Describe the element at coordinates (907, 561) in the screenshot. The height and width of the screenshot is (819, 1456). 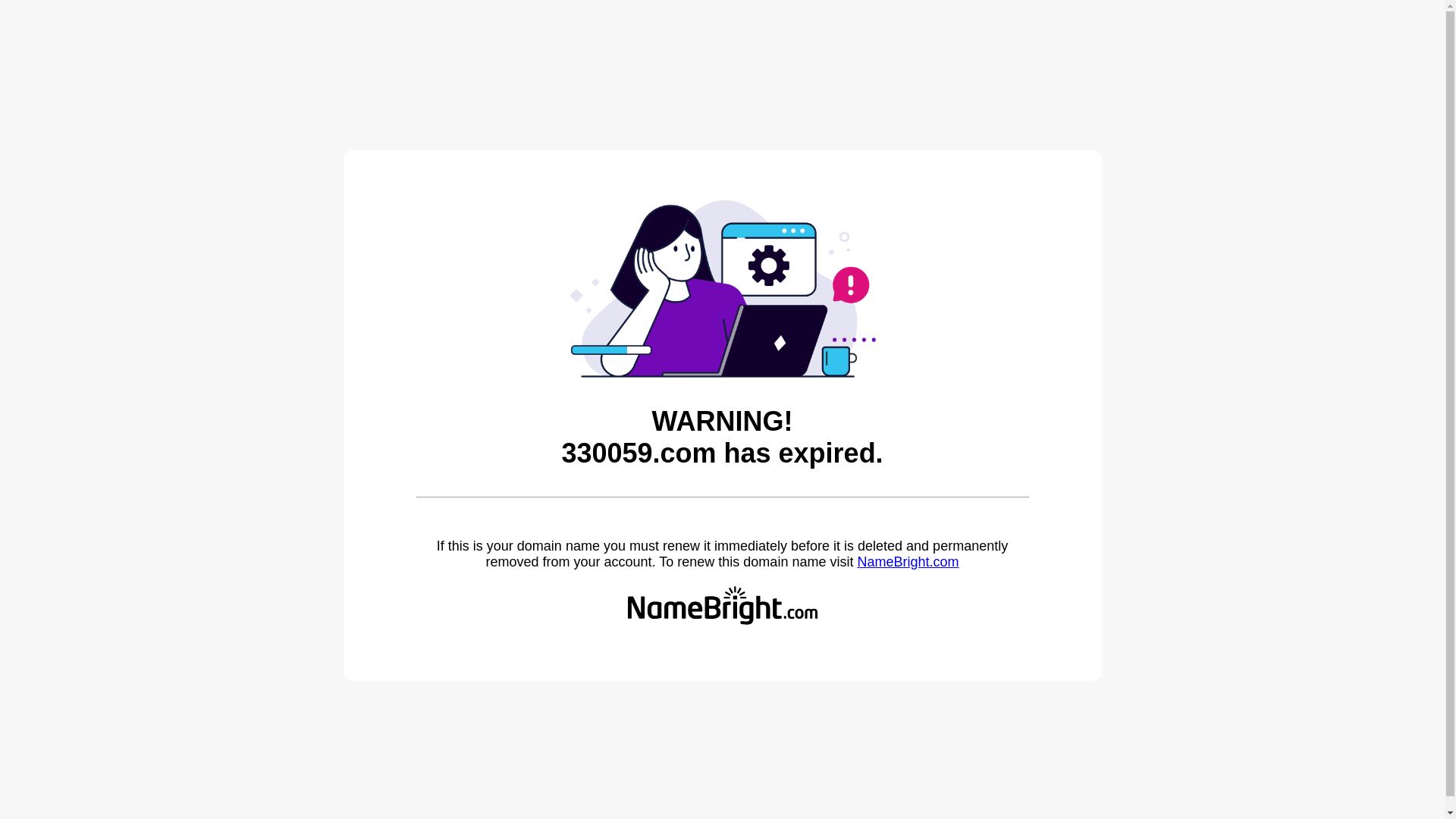
I see `'NameBright.com'` at that location.